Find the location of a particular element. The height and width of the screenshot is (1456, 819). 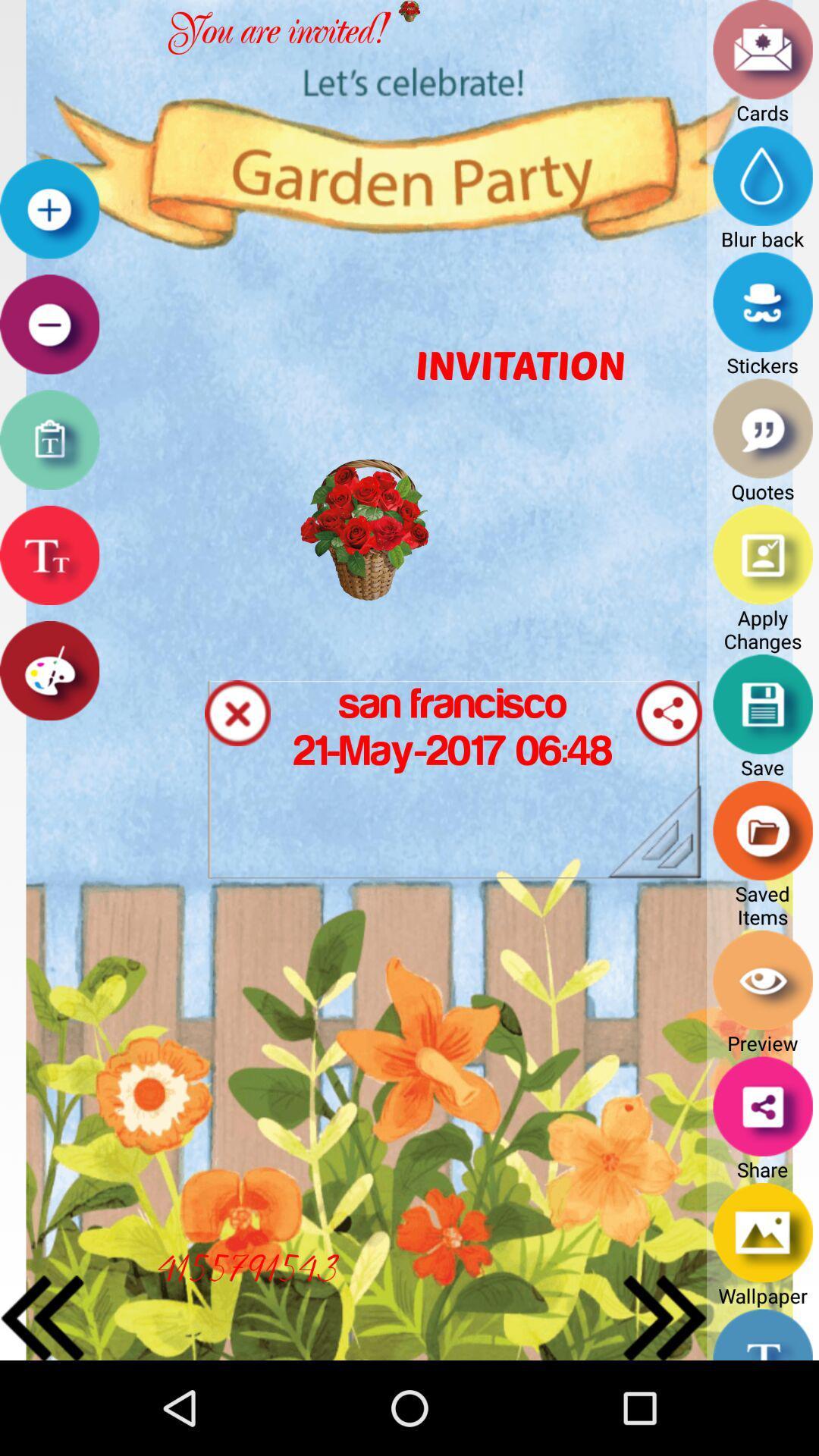

the share icon is located at coordinates (668, 763).